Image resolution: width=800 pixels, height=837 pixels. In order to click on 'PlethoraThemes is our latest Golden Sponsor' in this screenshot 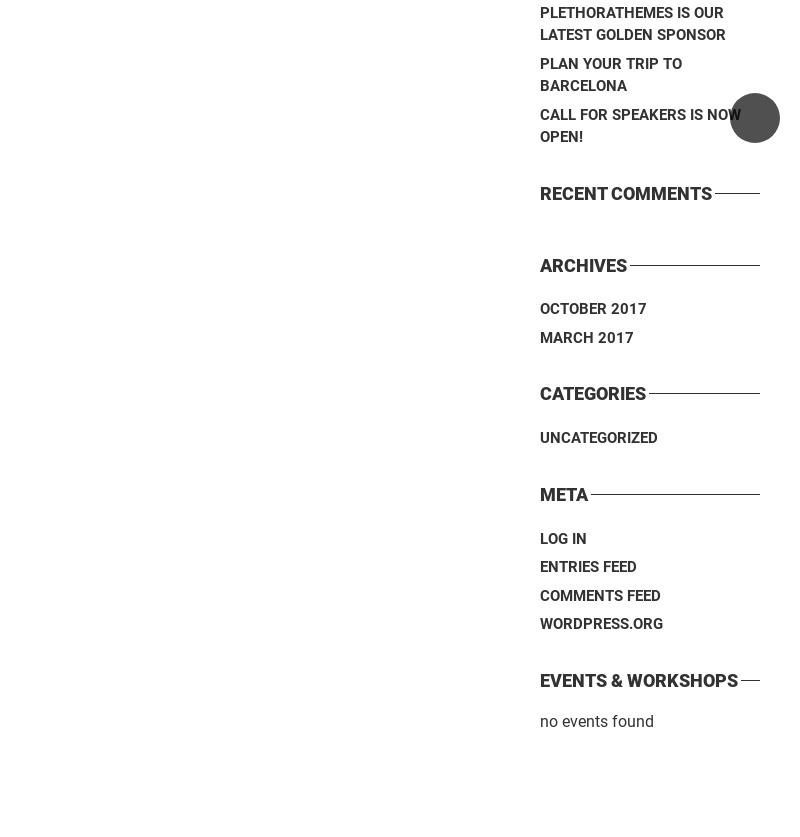, I will do `click(540, 23)`.